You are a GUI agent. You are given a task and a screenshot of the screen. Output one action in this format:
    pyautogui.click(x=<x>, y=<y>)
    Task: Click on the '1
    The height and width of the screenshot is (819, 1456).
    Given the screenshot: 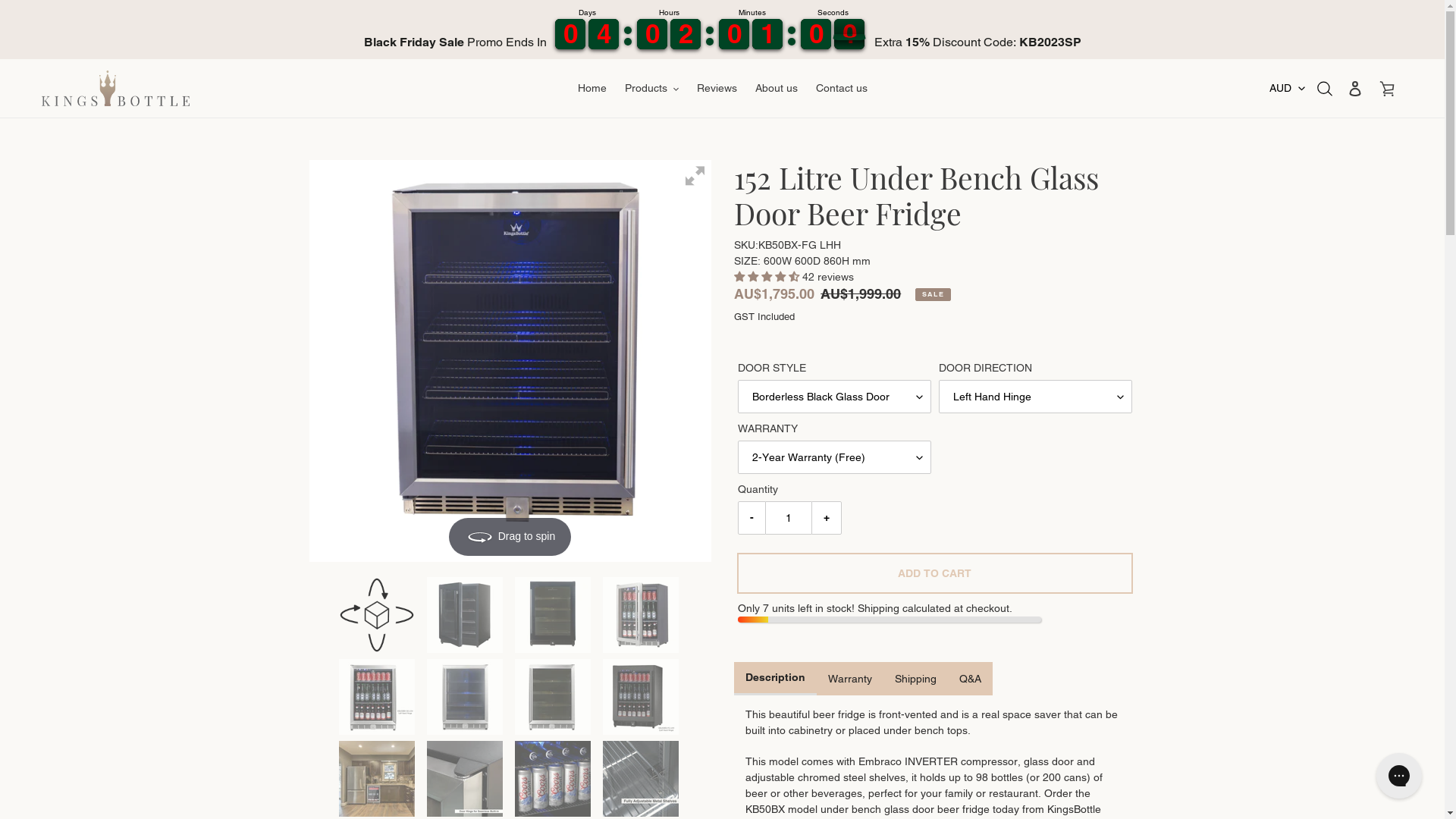 What is the action you would take?
    pyautogui.click(x=684, y=34)
    